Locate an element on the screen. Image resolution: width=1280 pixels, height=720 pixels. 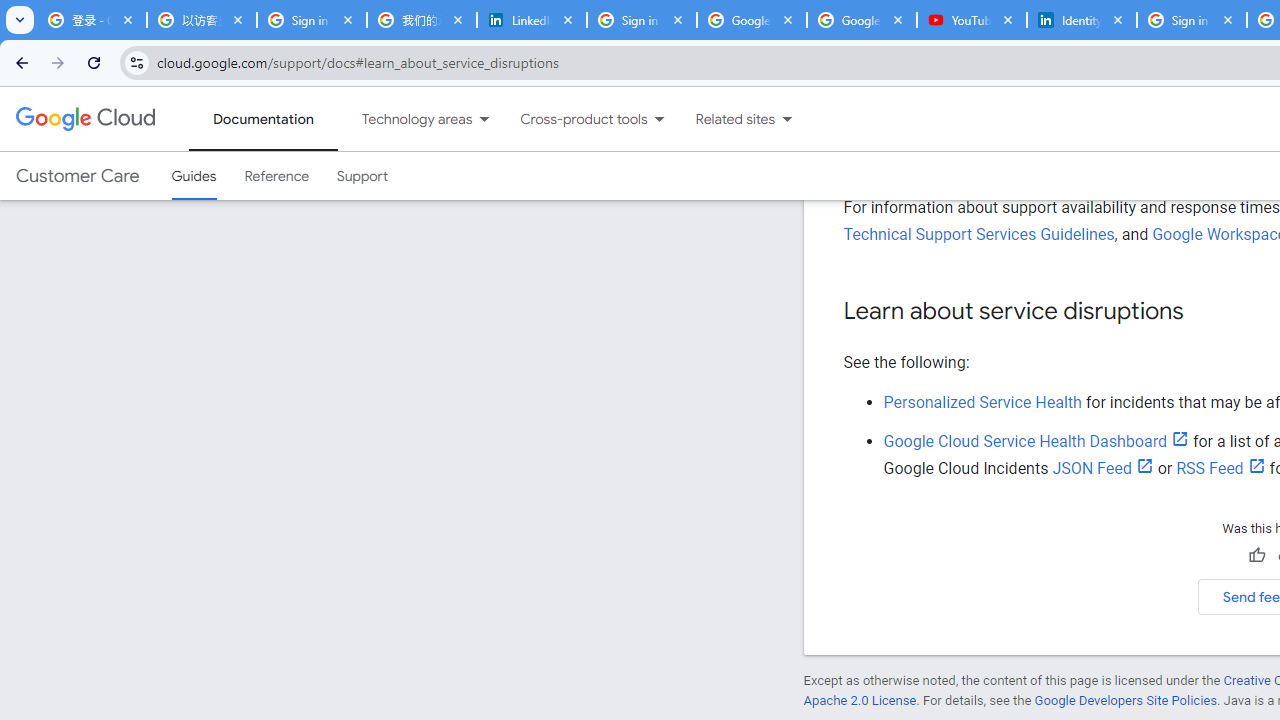
'Dropdown menu for Technology areas' is located at coordinates (484, 119).